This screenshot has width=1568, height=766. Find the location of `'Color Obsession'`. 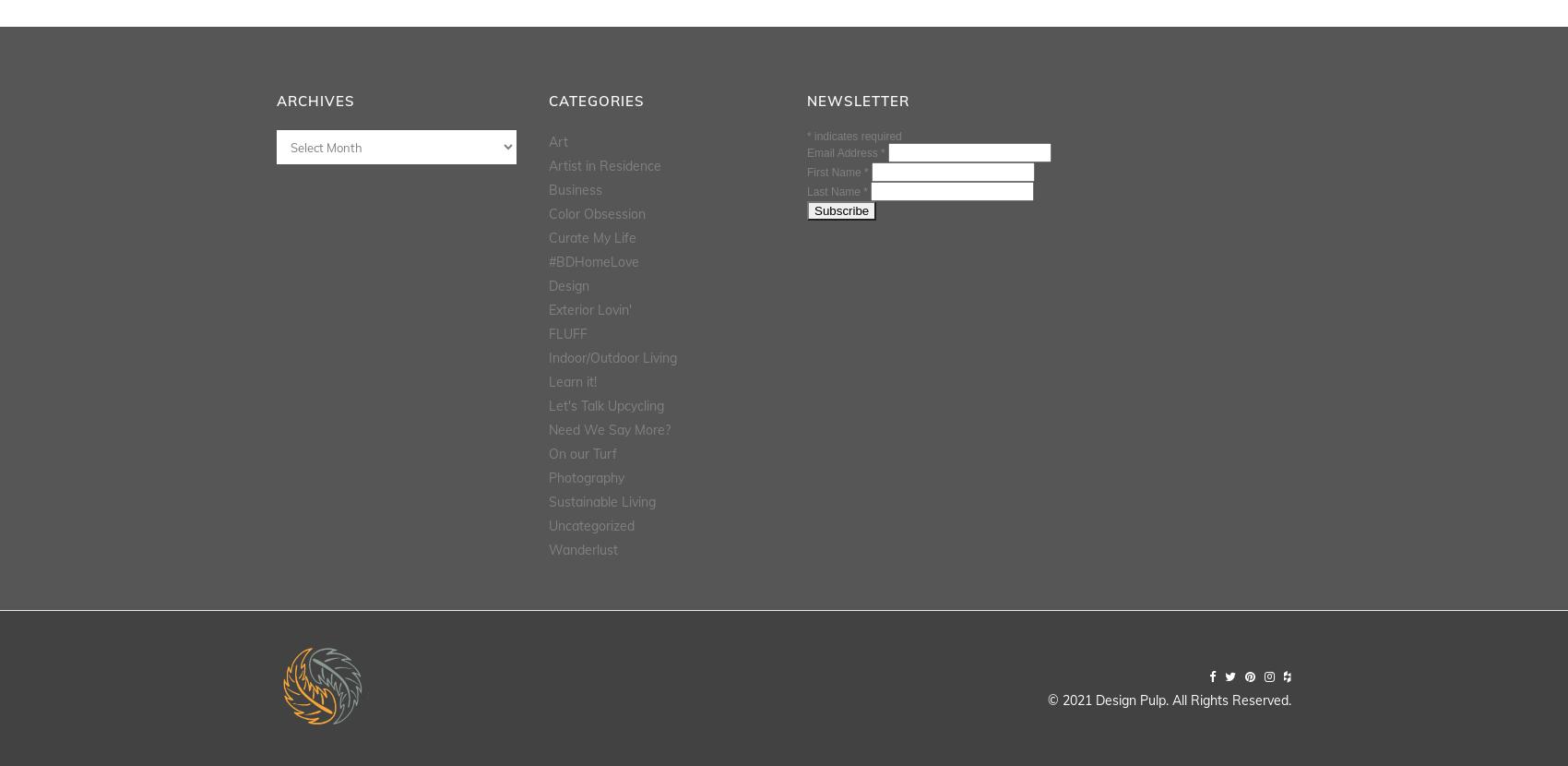

'Color Obsession' is located at coordinates (548, 212).